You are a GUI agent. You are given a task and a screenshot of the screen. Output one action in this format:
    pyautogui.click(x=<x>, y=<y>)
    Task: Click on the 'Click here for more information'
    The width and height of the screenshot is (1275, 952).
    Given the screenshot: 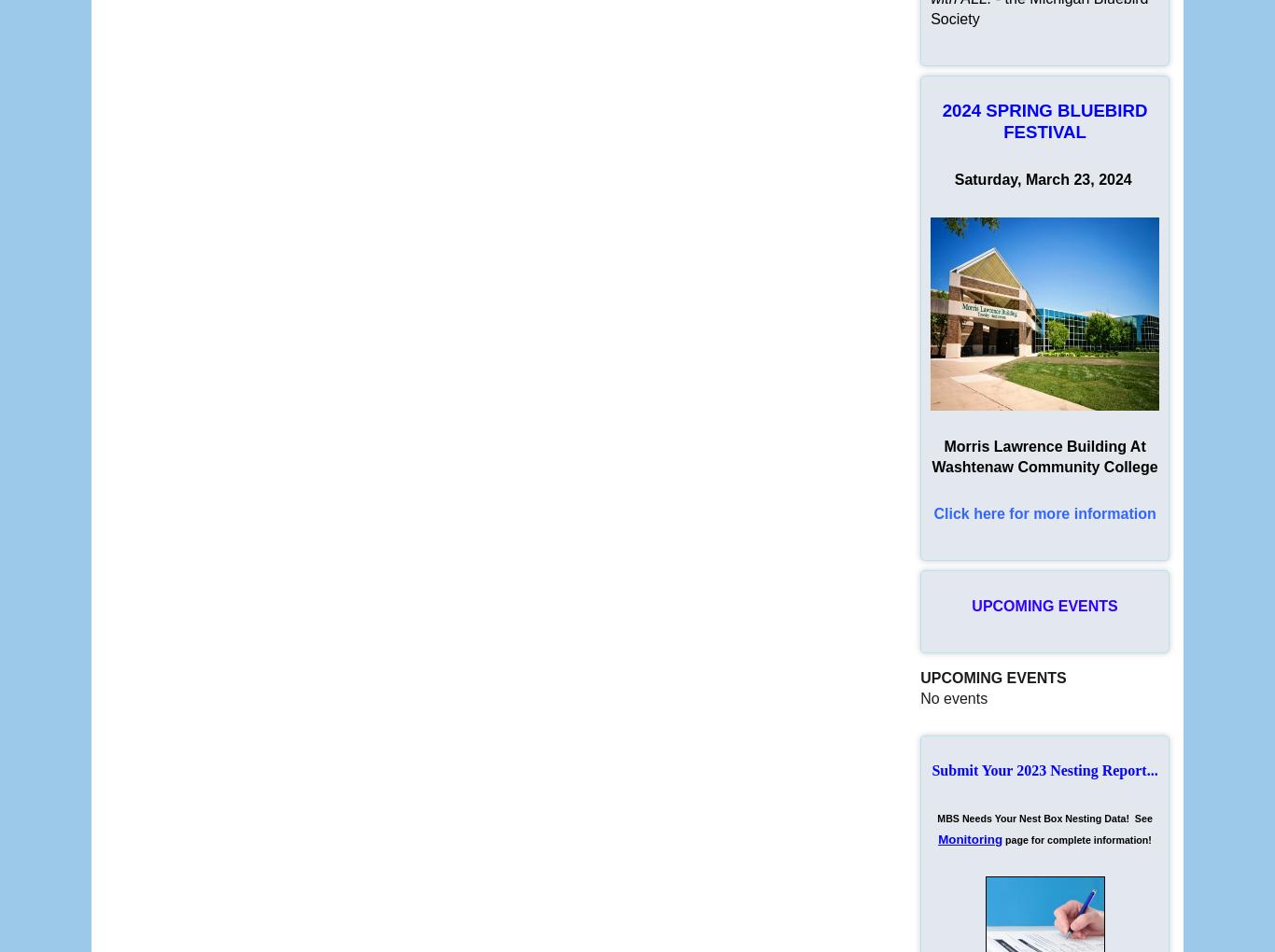 What is the action you would take?
    pyautogui.click(x=1044, y=512)
    